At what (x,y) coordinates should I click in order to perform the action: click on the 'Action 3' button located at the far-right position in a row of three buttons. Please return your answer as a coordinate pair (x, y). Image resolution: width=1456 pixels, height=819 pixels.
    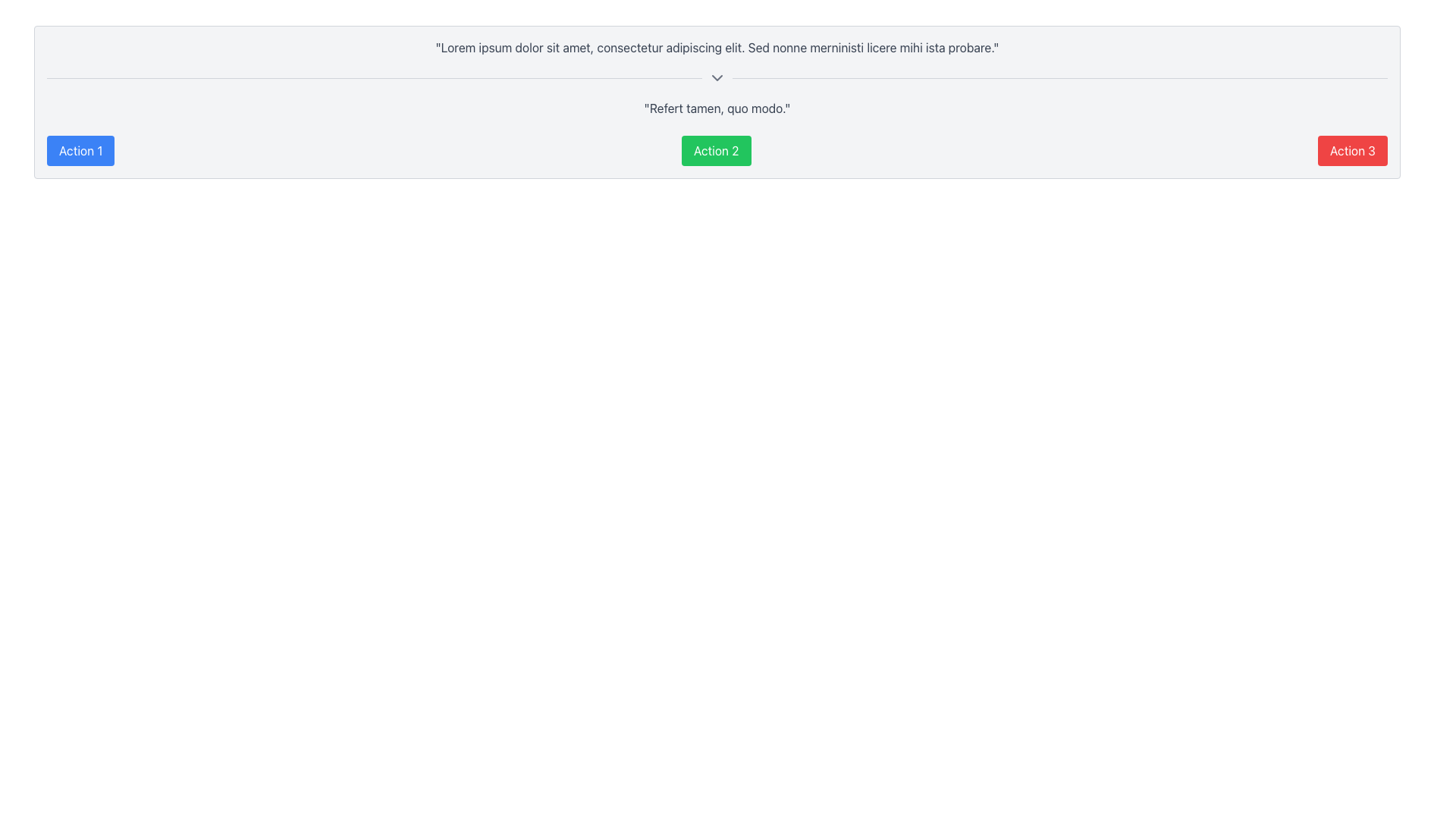
    Looking at the image, I should click on (1353, 151).